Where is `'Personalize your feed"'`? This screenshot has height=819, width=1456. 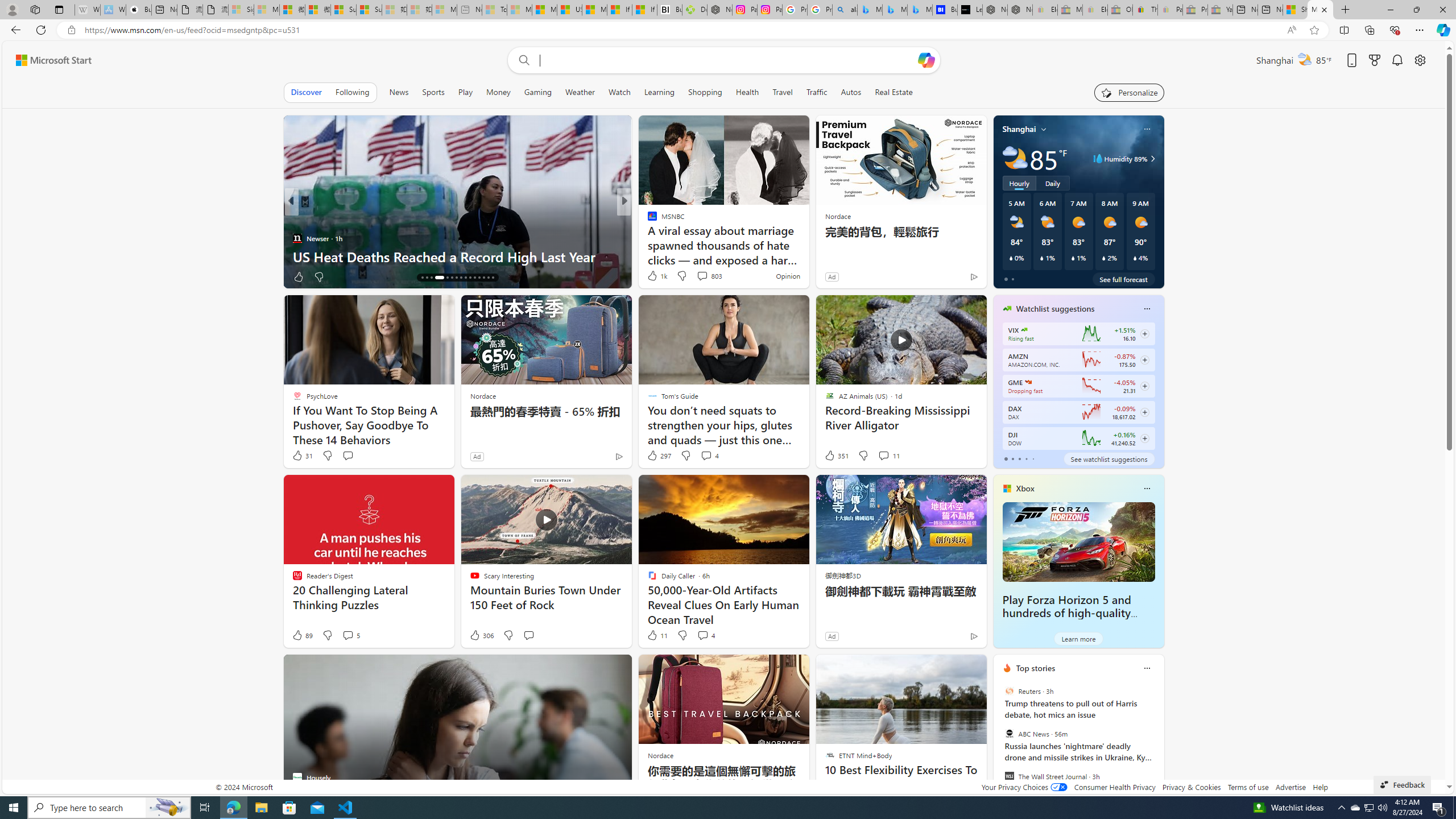 'Personalize your feed"' is located at coordinates (1129, 92).